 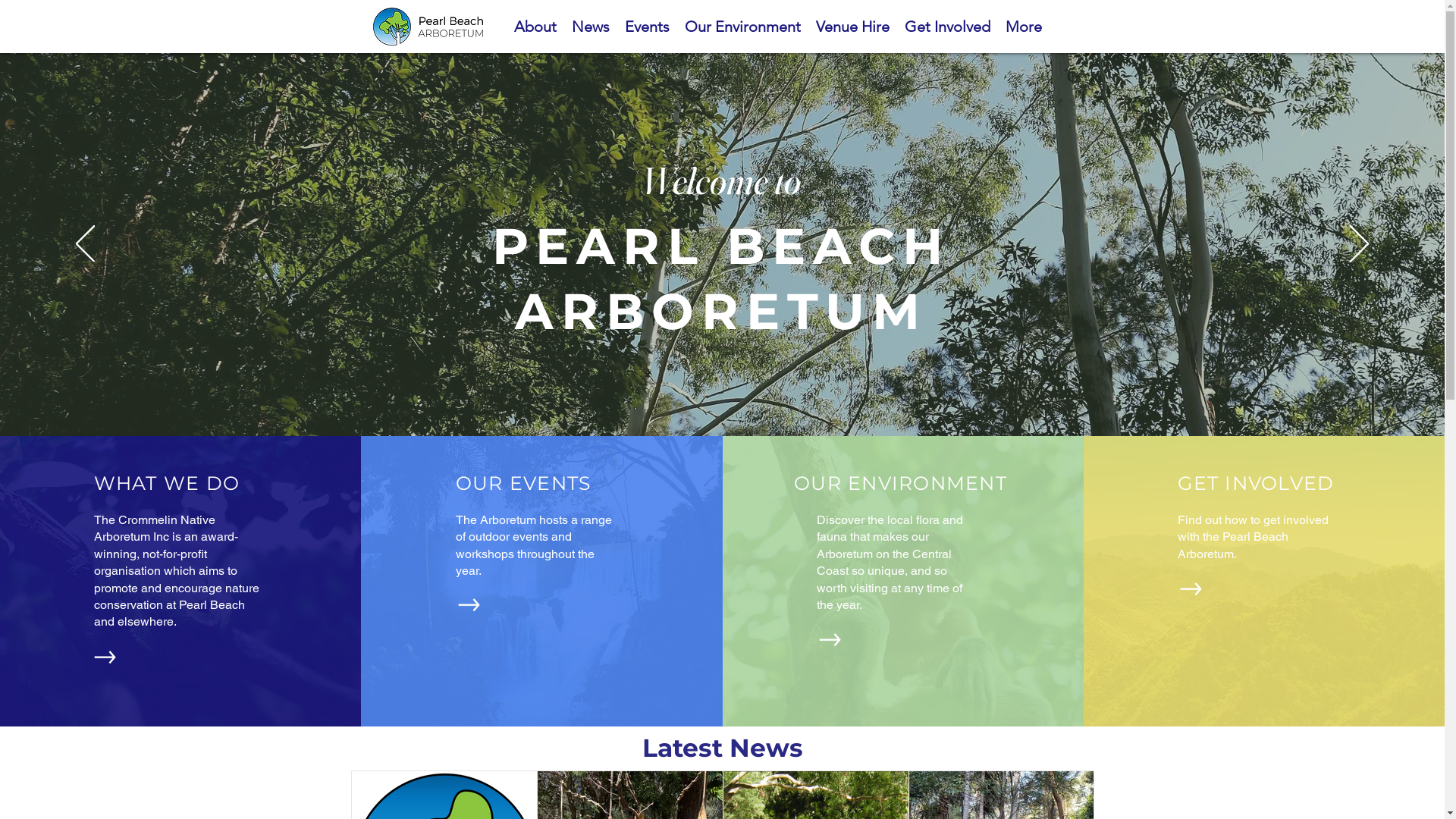 I want to click on 'News', so click(x=589, y=26).